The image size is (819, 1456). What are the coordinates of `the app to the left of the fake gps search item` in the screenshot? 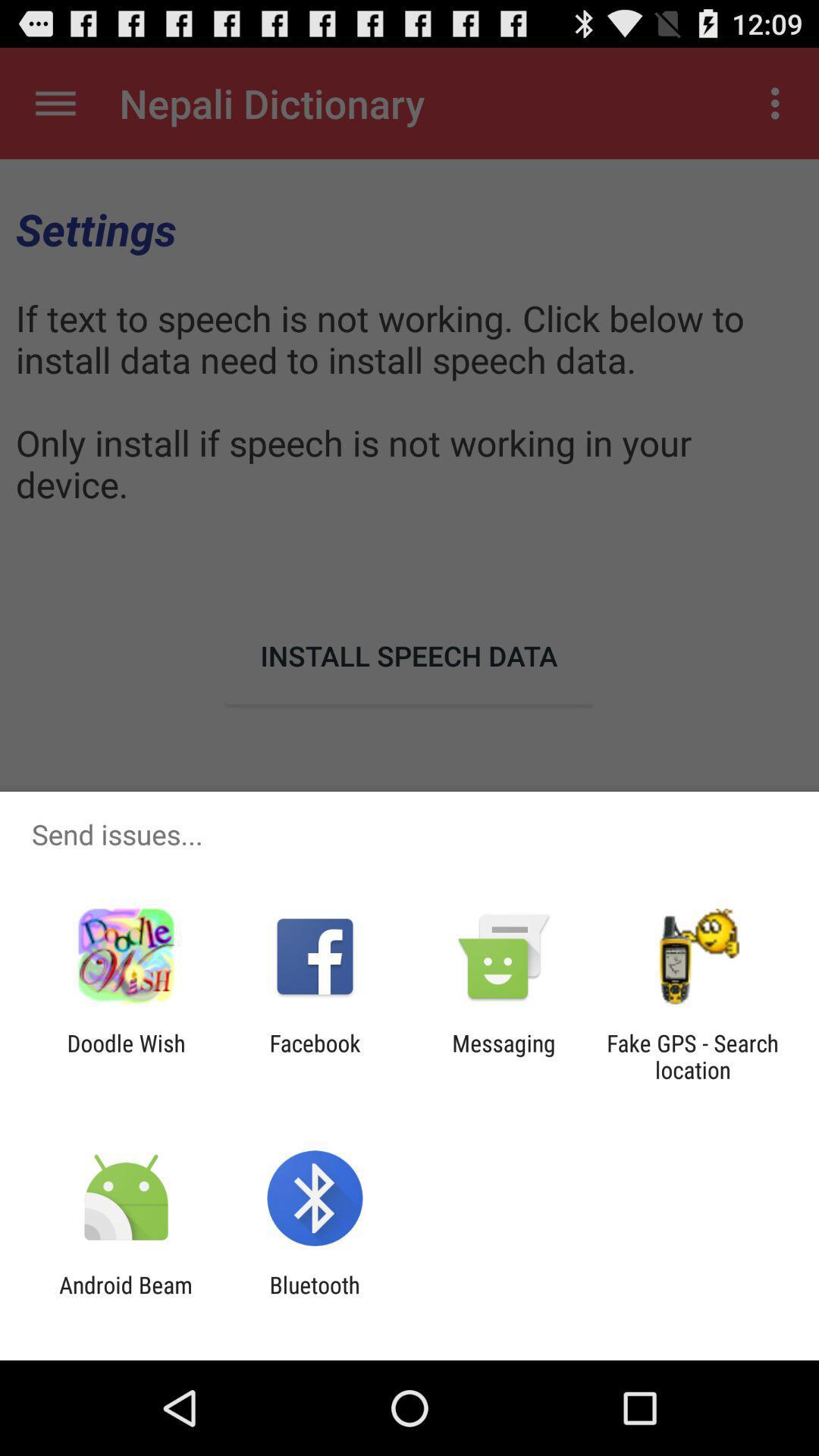 It's located at (504, 1056).